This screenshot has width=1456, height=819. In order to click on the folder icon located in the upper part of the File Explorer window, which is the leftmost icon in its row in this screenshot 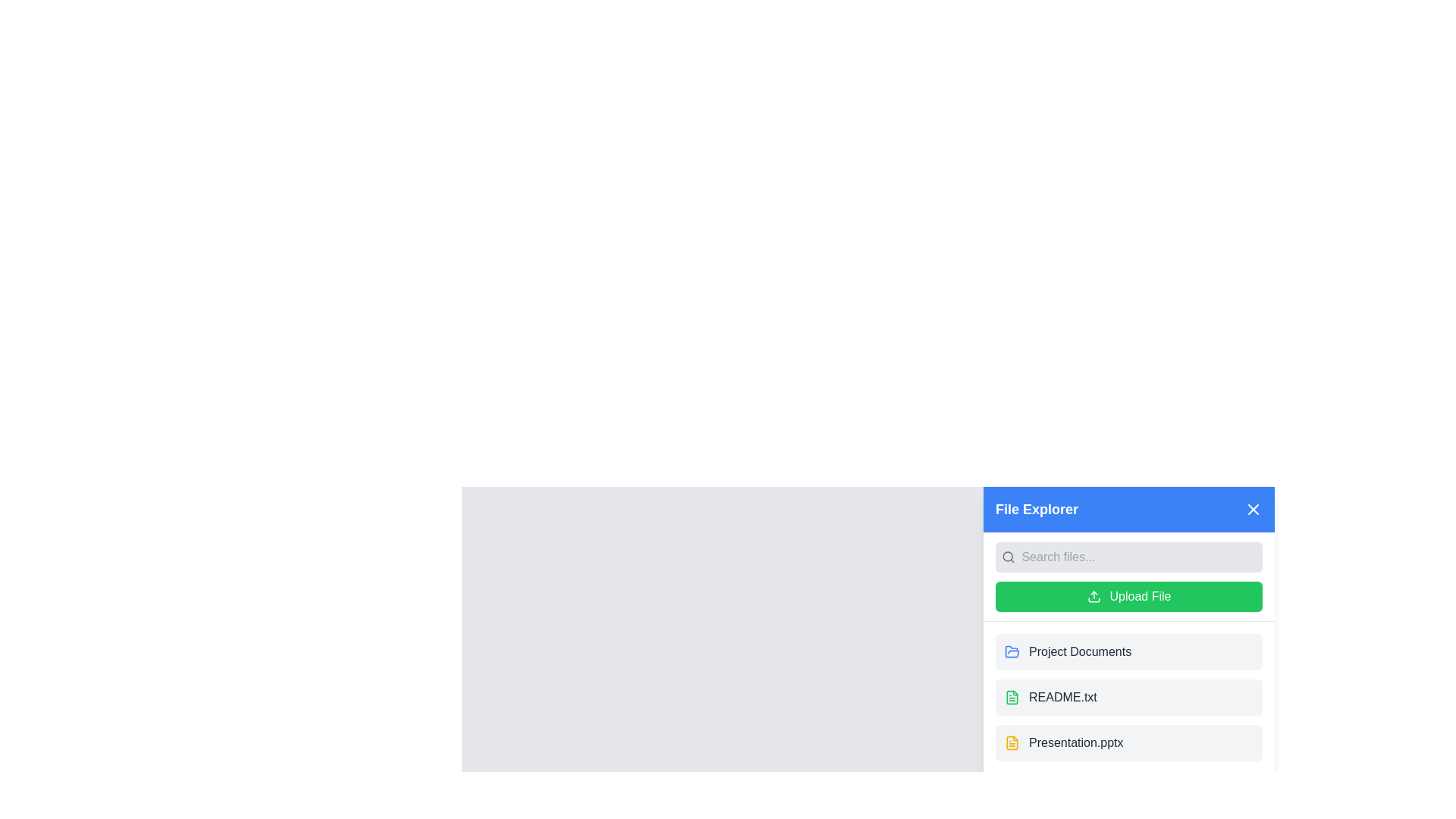, I will do `click(1012, 651)`.